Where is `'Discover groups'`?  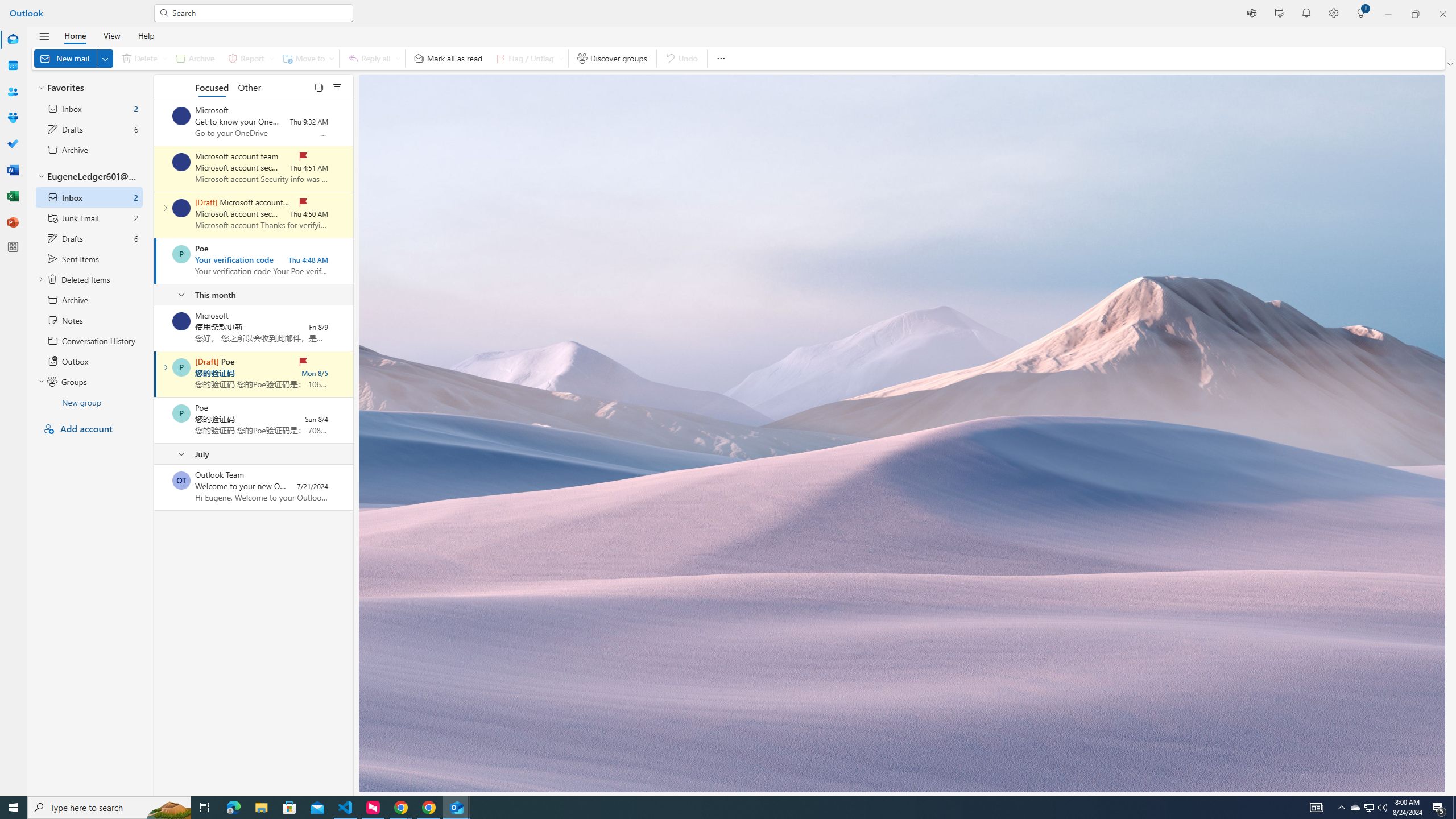 'Discover groups' is located at coordinates (612, 58).